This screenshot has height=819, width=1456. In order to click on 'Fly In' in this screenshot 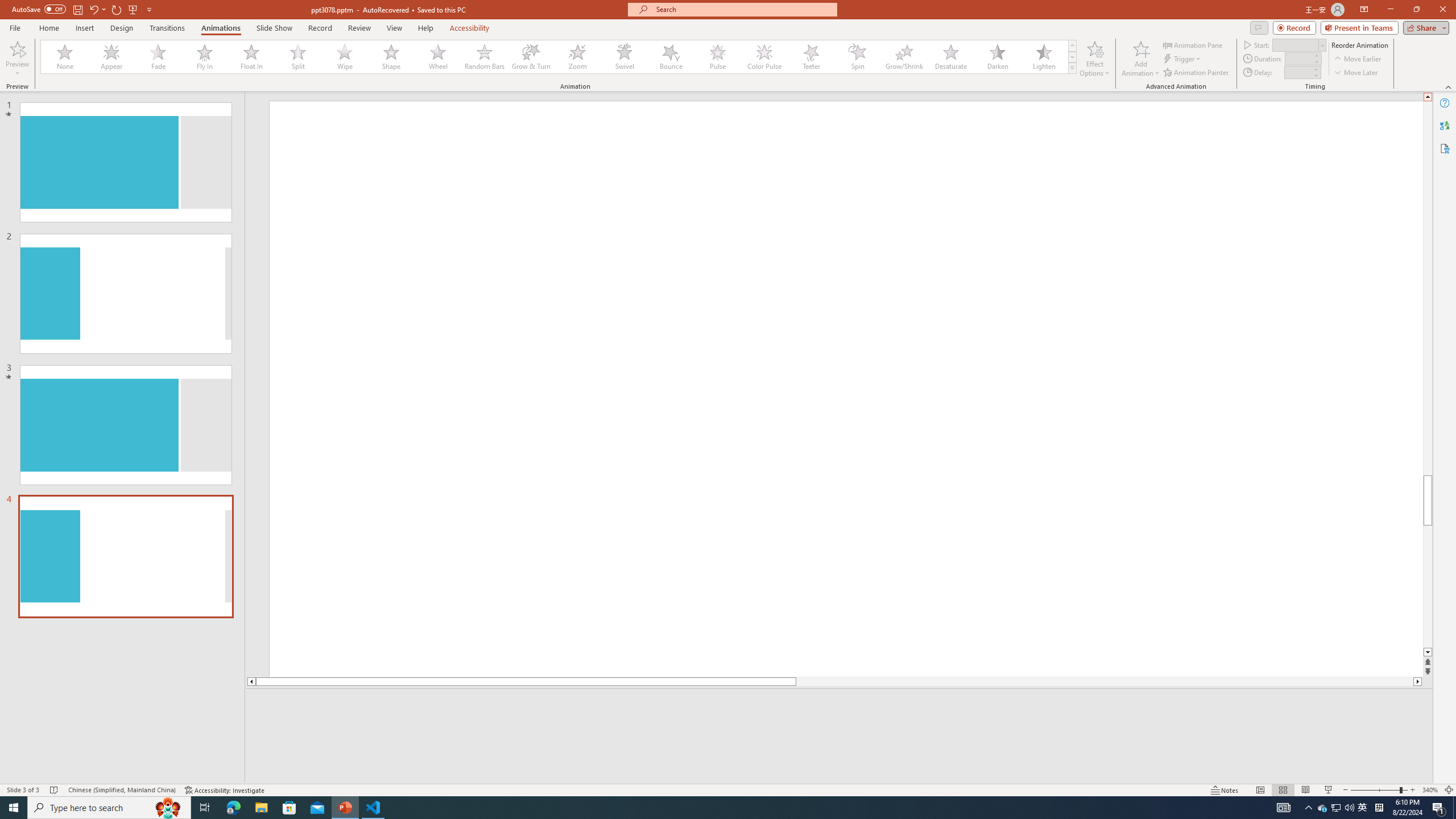, I will do `click(204, 56)`.